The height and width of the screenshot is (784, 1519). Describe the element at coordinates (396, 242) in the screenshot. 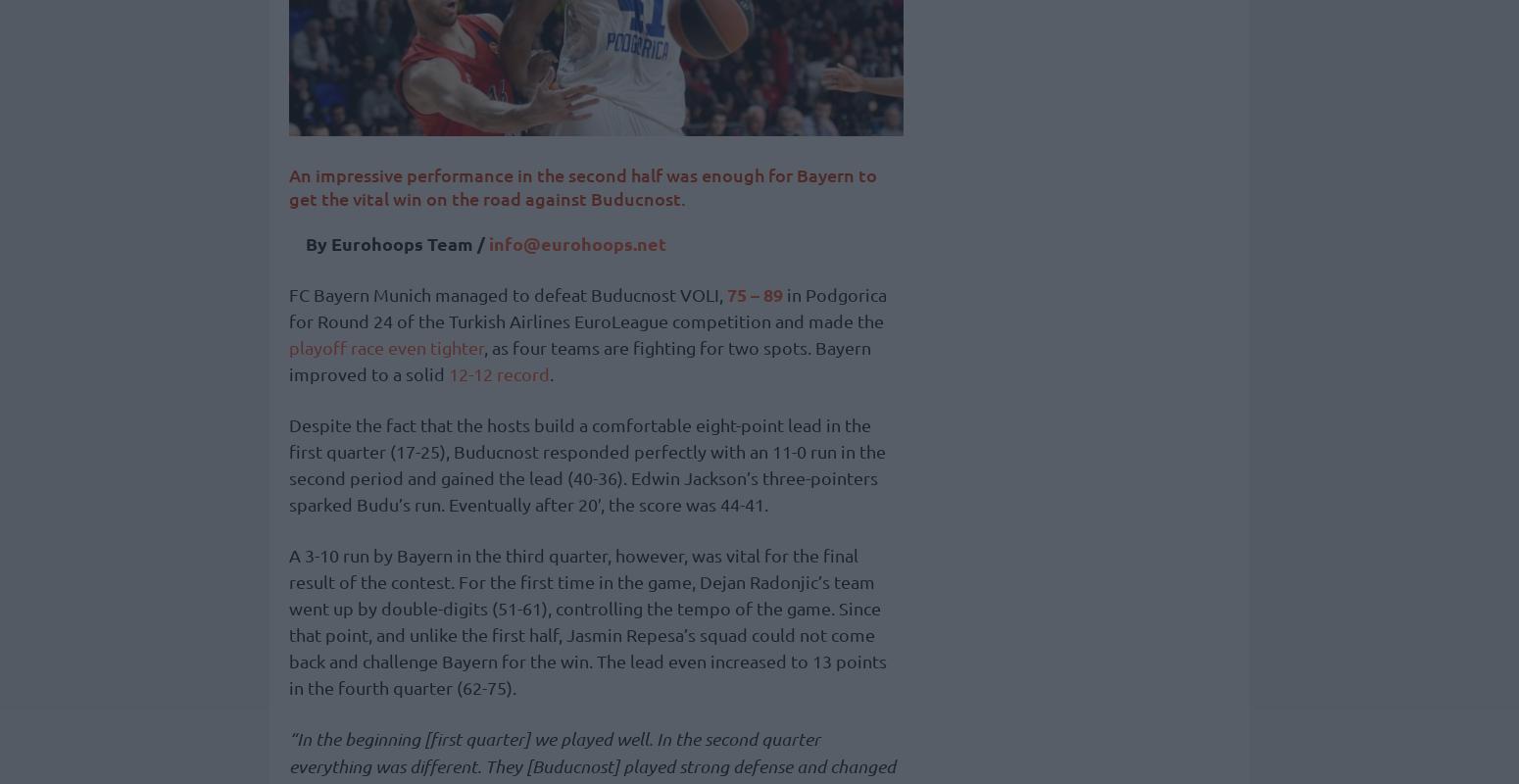

I see `'By Eurohoops Team /'` at that location.